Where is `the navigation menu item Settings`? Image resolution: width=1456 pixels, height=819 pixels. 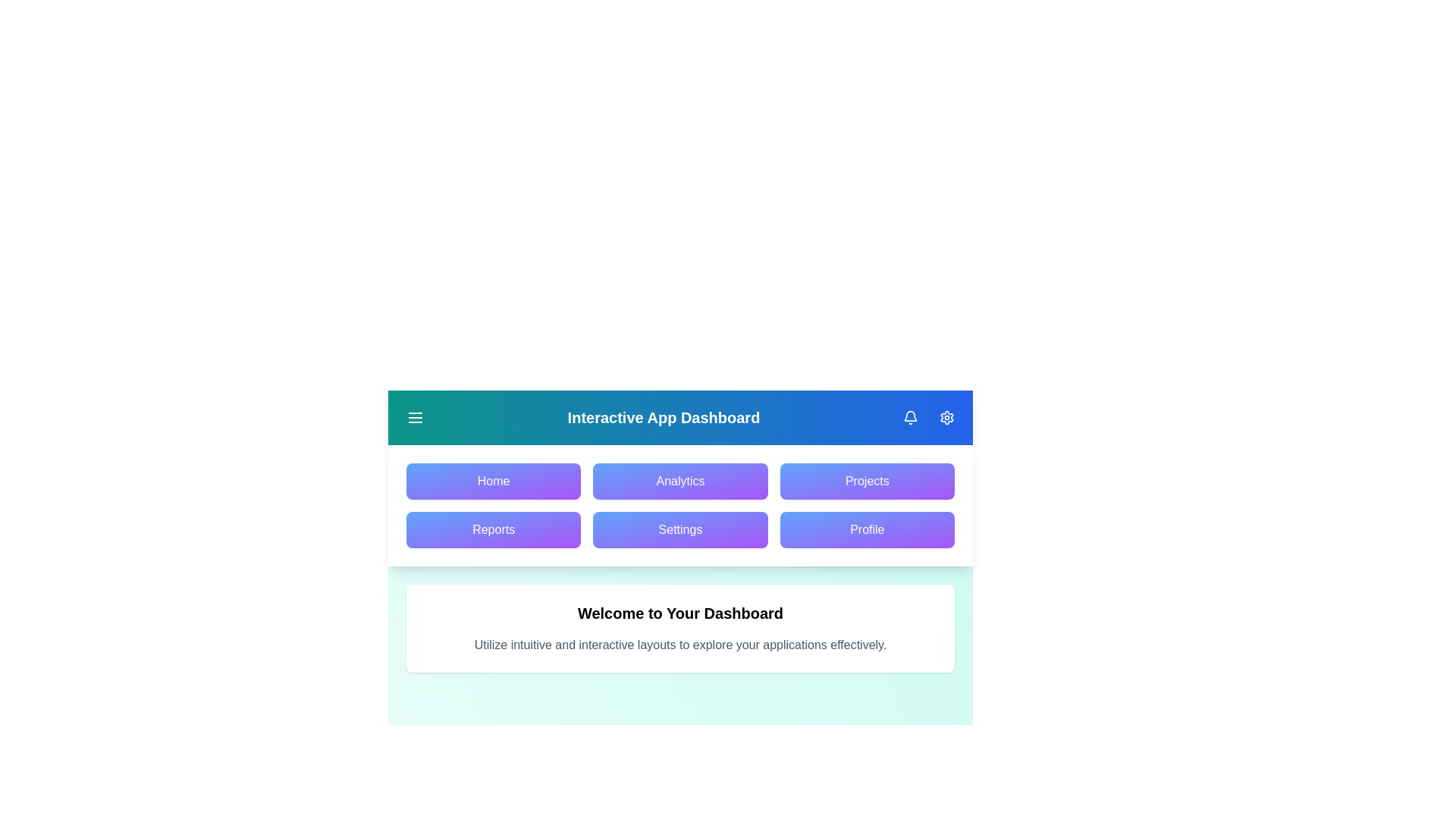 the navigation menu item Settings is located at coordinates (679, 529).